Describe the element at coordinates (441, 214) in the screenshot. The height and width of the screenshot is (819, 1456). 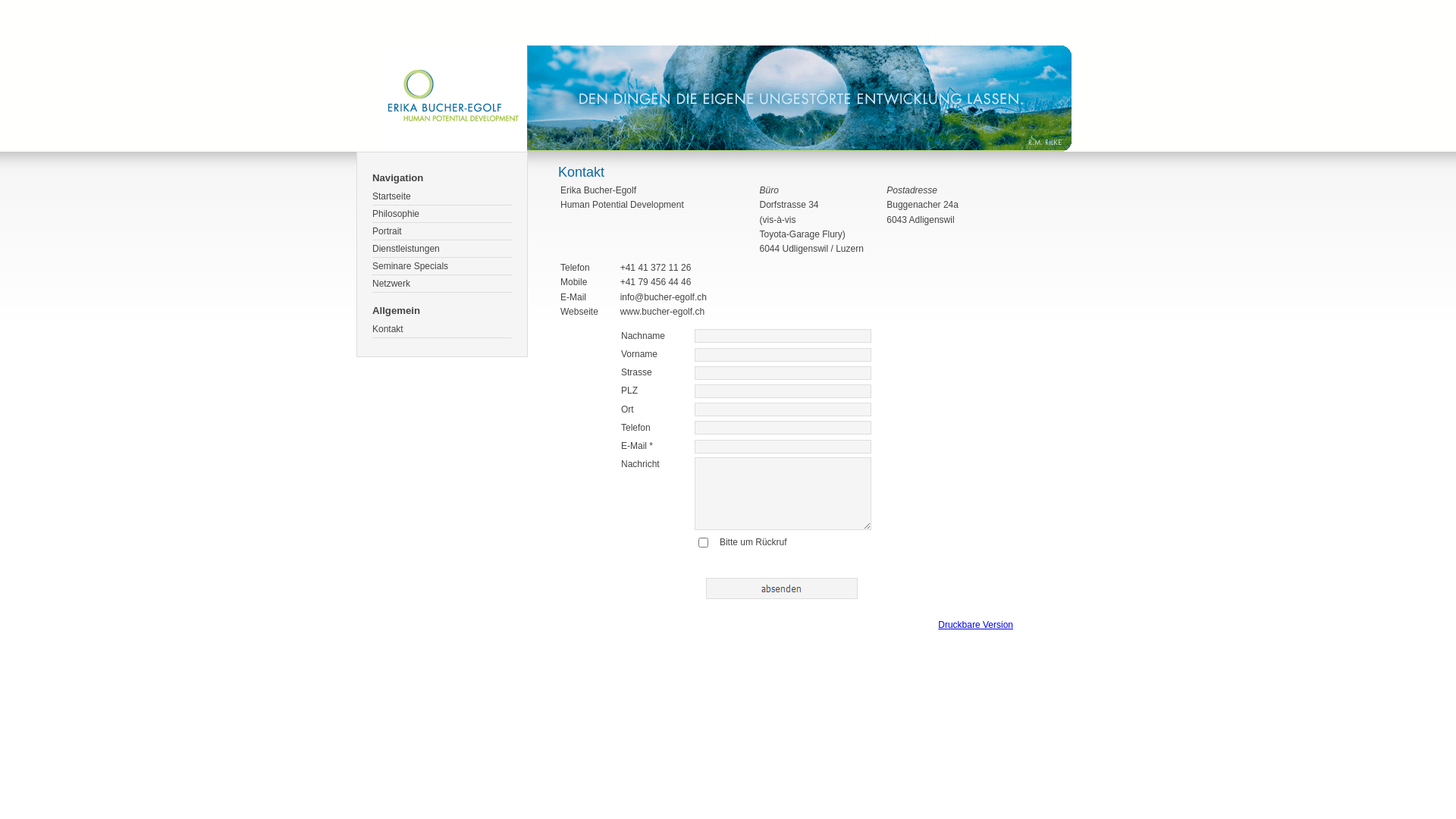
I see `'Philosophie'` at that location.